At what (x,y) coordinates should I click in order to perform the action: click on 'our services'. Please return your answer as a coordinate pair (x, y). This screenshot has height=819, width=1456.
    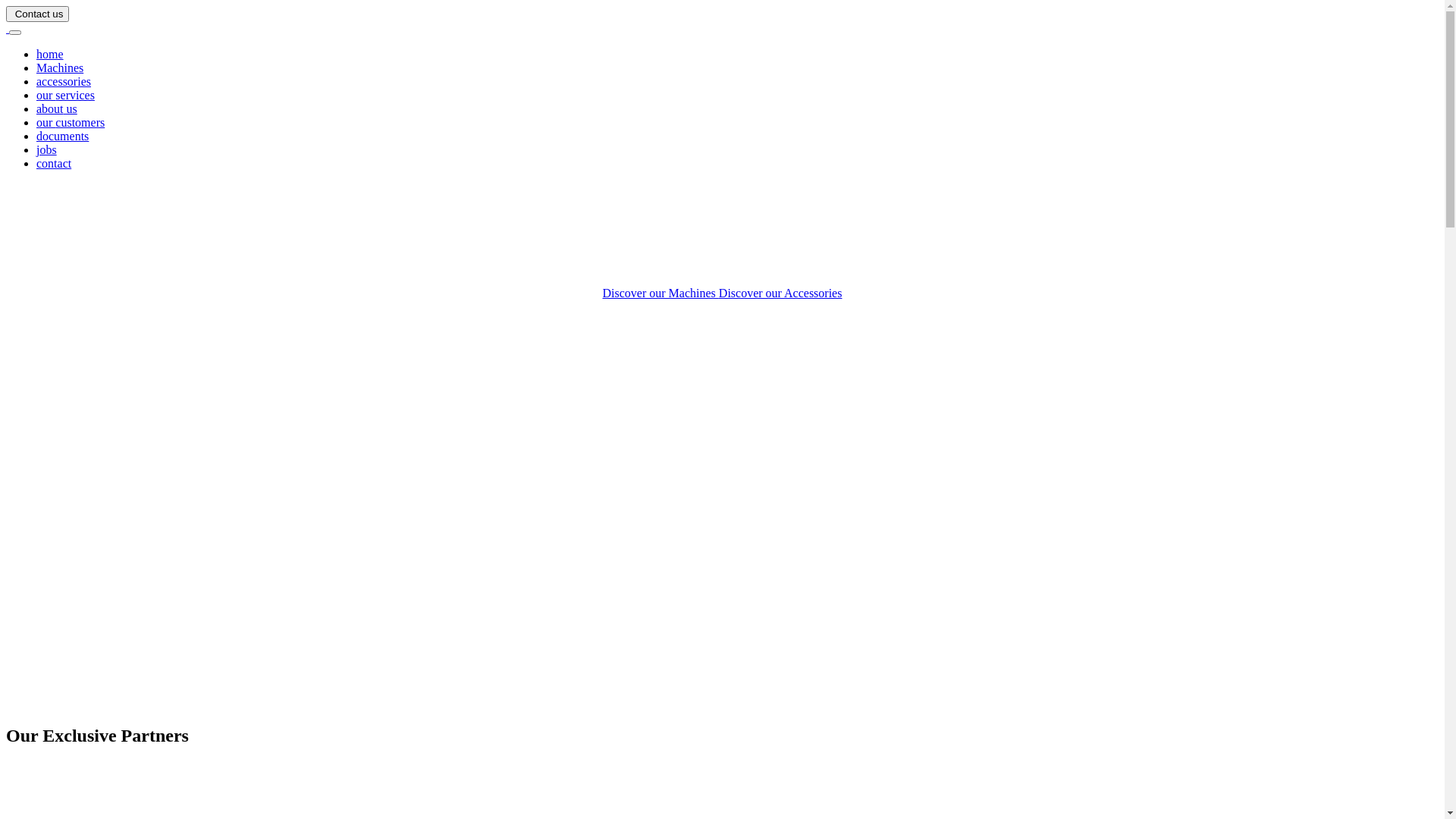
    Looking at the image, I should click on (64, 95).